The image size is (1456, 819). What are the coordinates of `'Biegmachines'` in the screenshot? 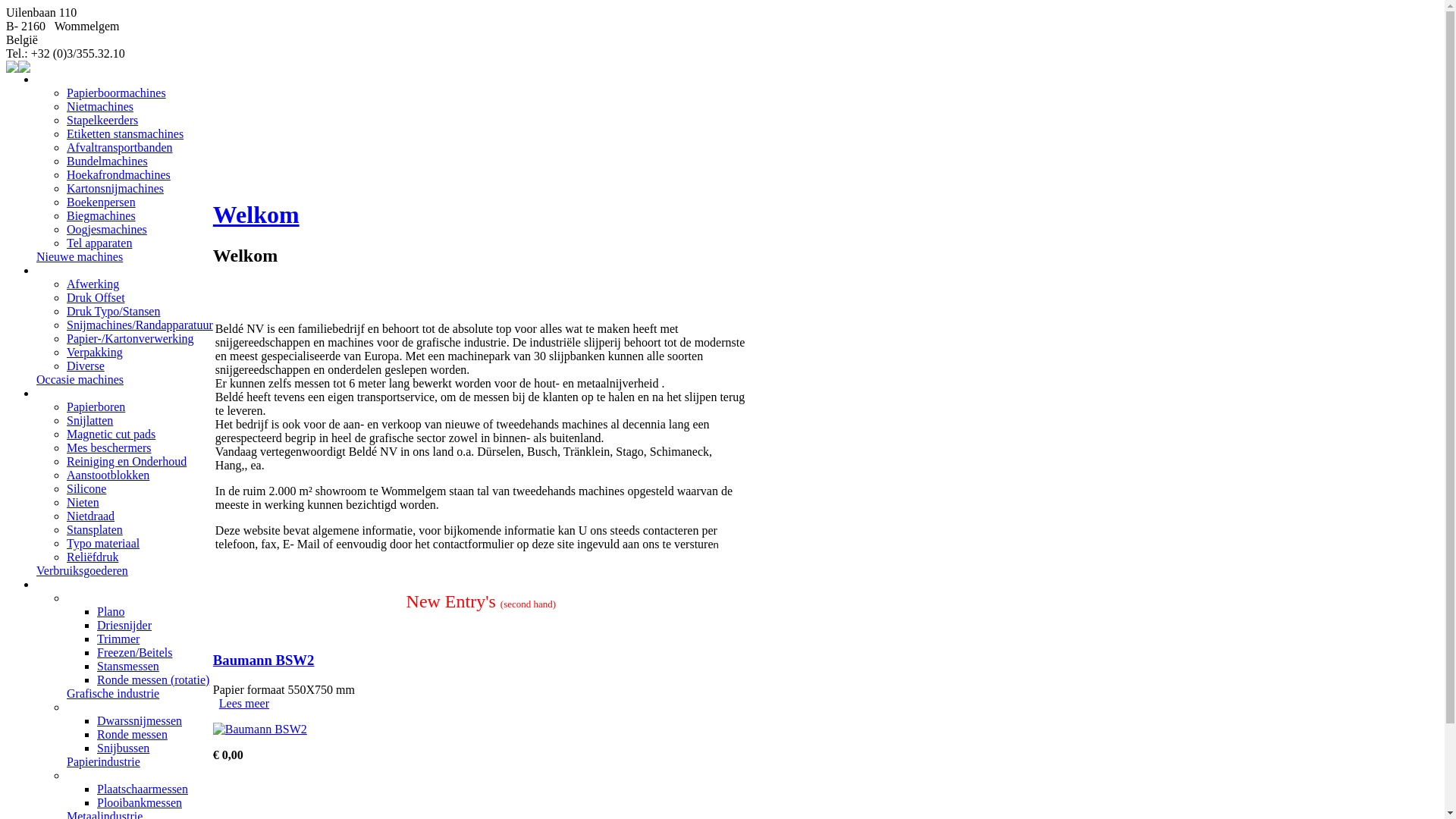 It's located at (100, 215).